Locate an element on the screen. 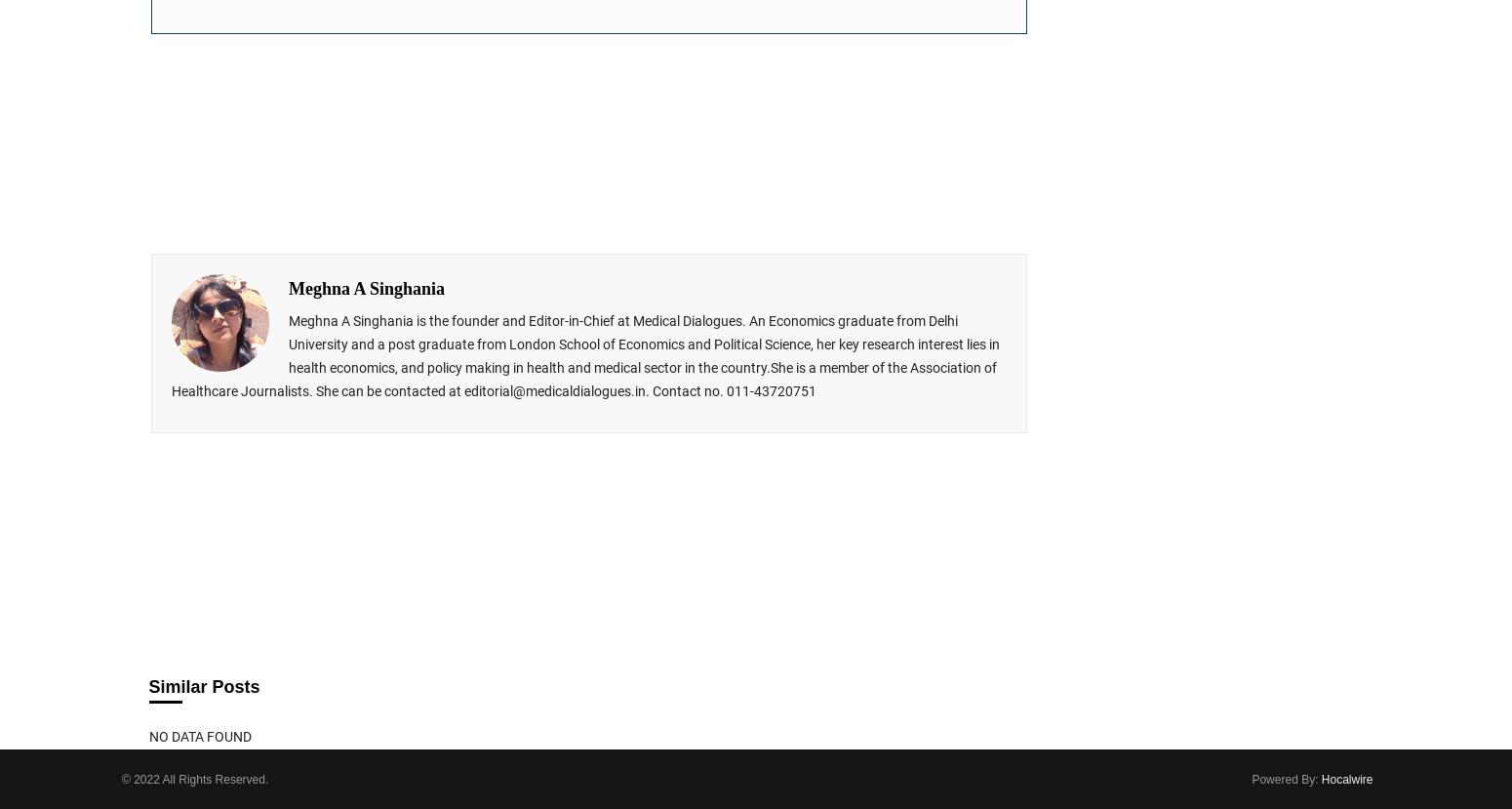 This screenshot has width=1512, height=809. 'NO DATA FOUND' is located at coordinates (198, 736).